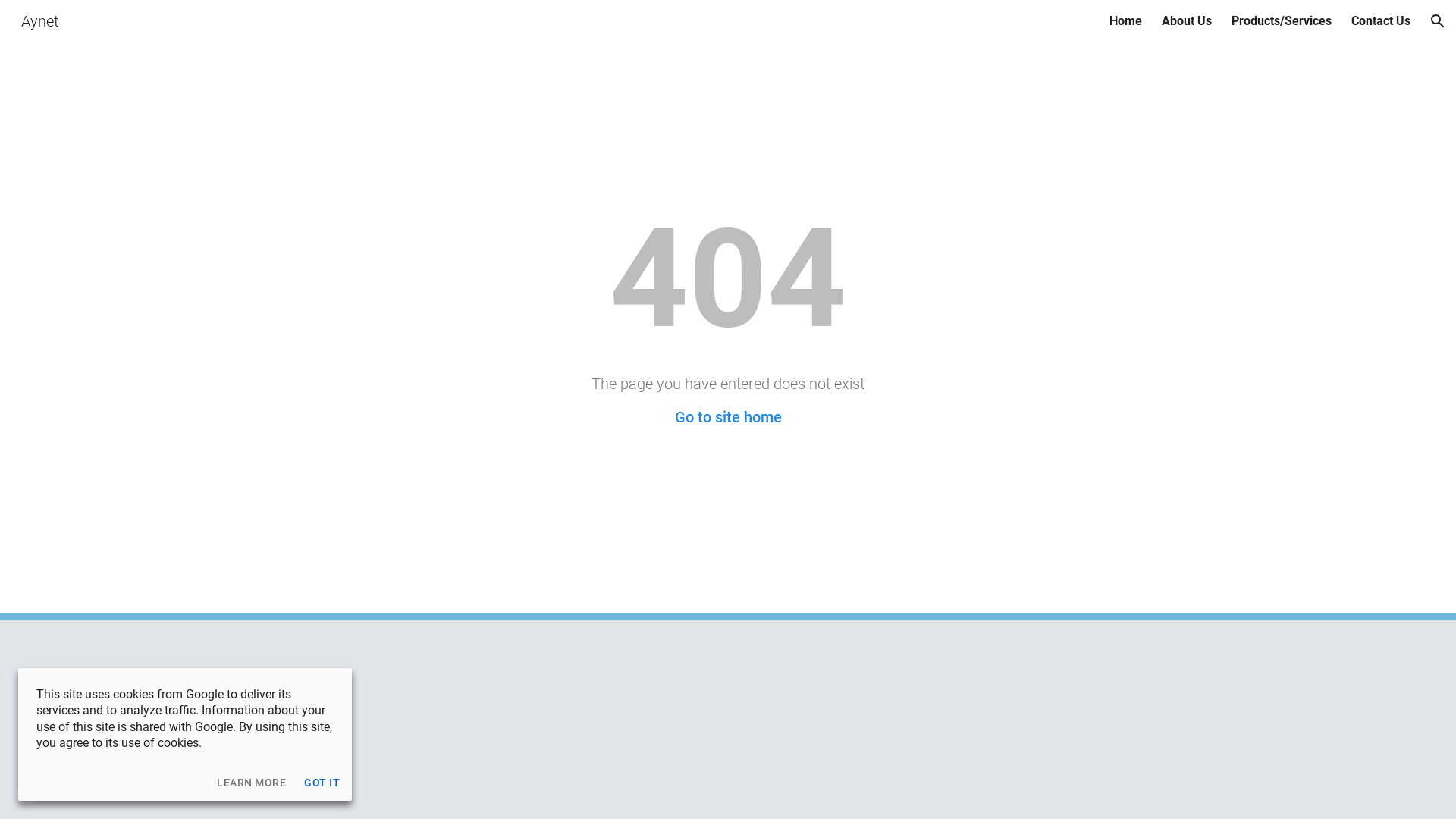 This screenshot has height=819, width=1456. I want to click on 'Aynet', so click(11, 20).